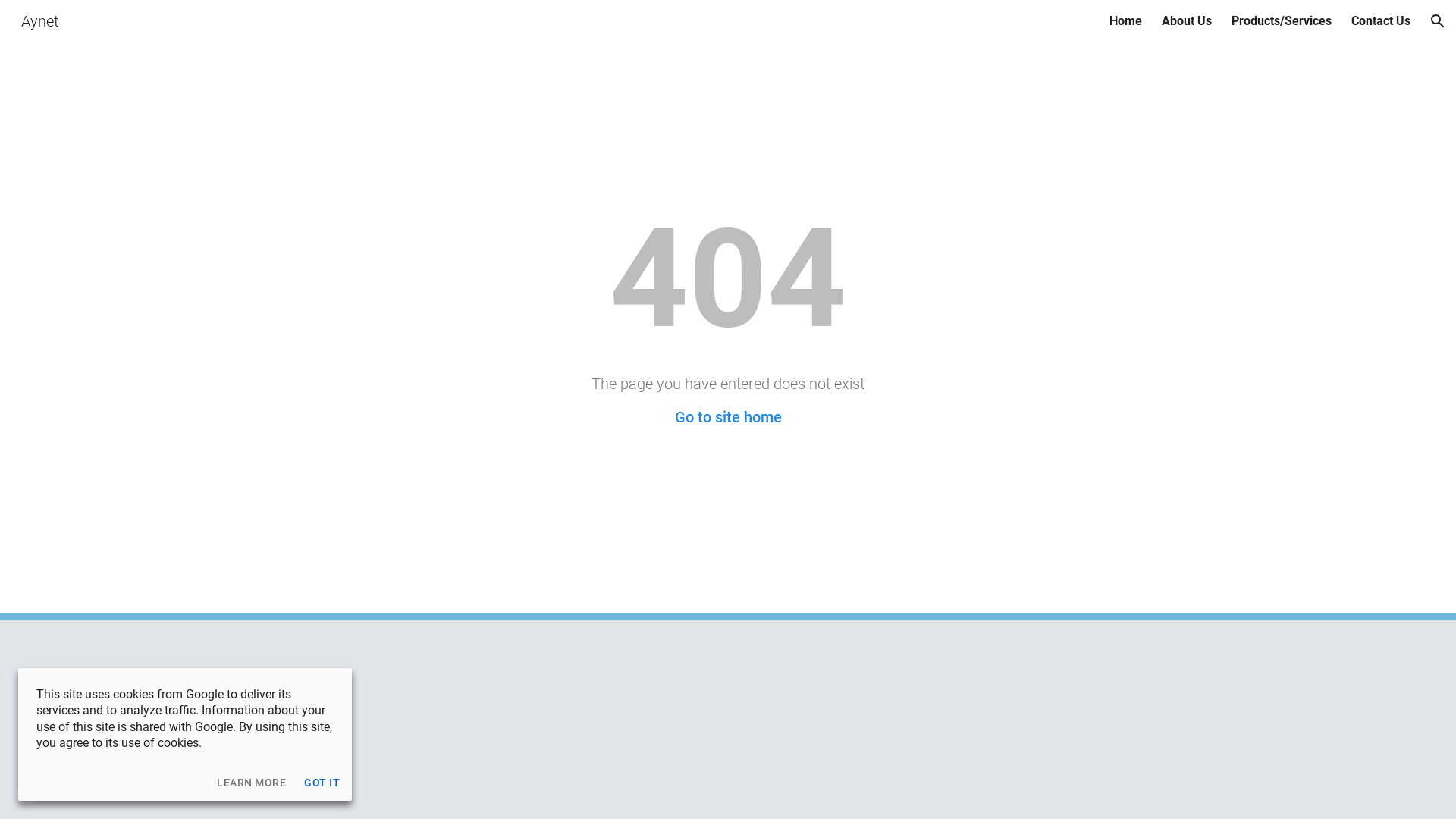 This screenshot has height=819, width=1456. I want to click on 'Aynet', so click(11, 20).